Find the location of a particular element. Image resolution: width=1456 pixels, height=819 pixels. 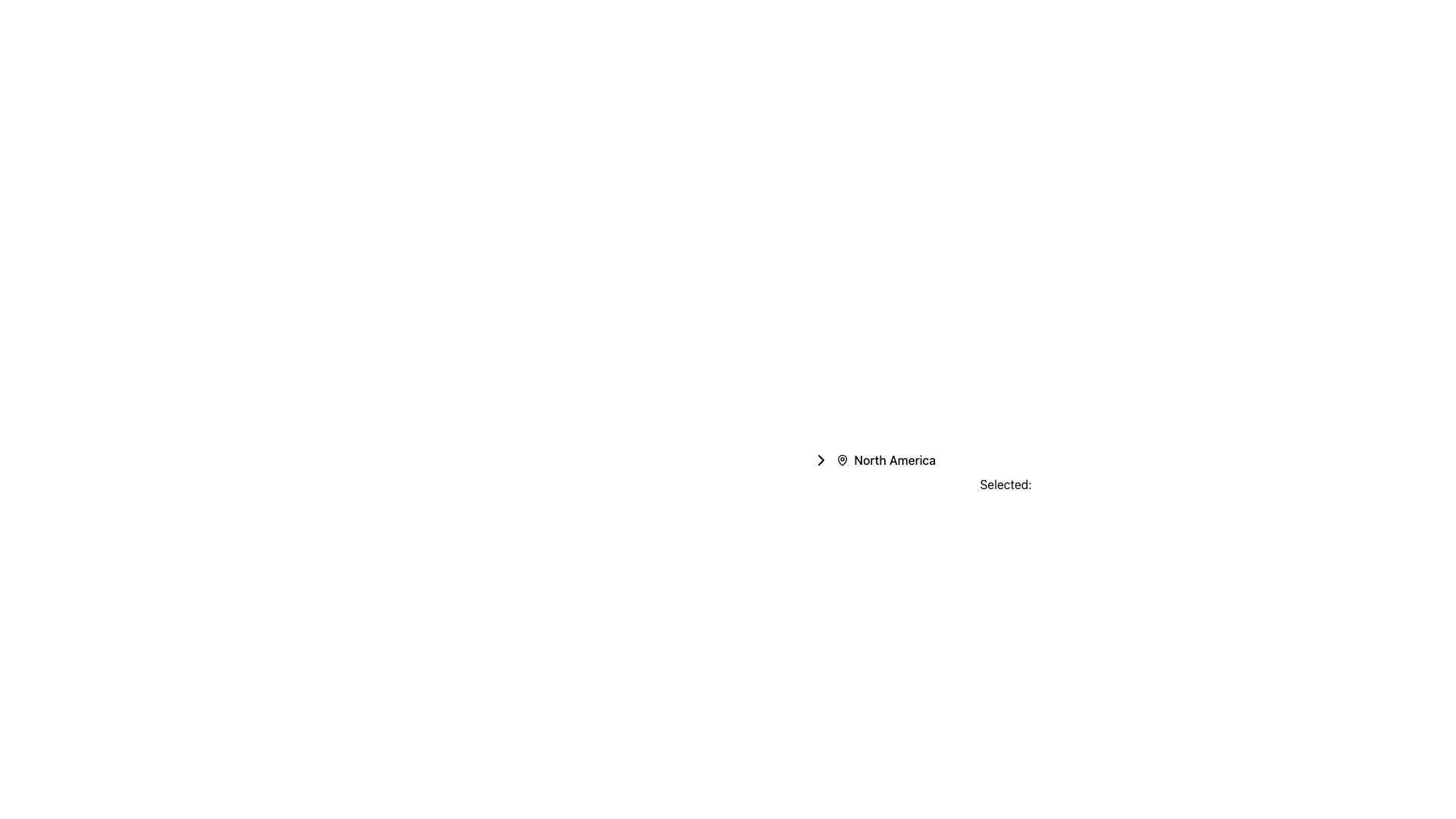

the right arrow icon located to the left of the text 'North America' is located at coordinates (820, 459).